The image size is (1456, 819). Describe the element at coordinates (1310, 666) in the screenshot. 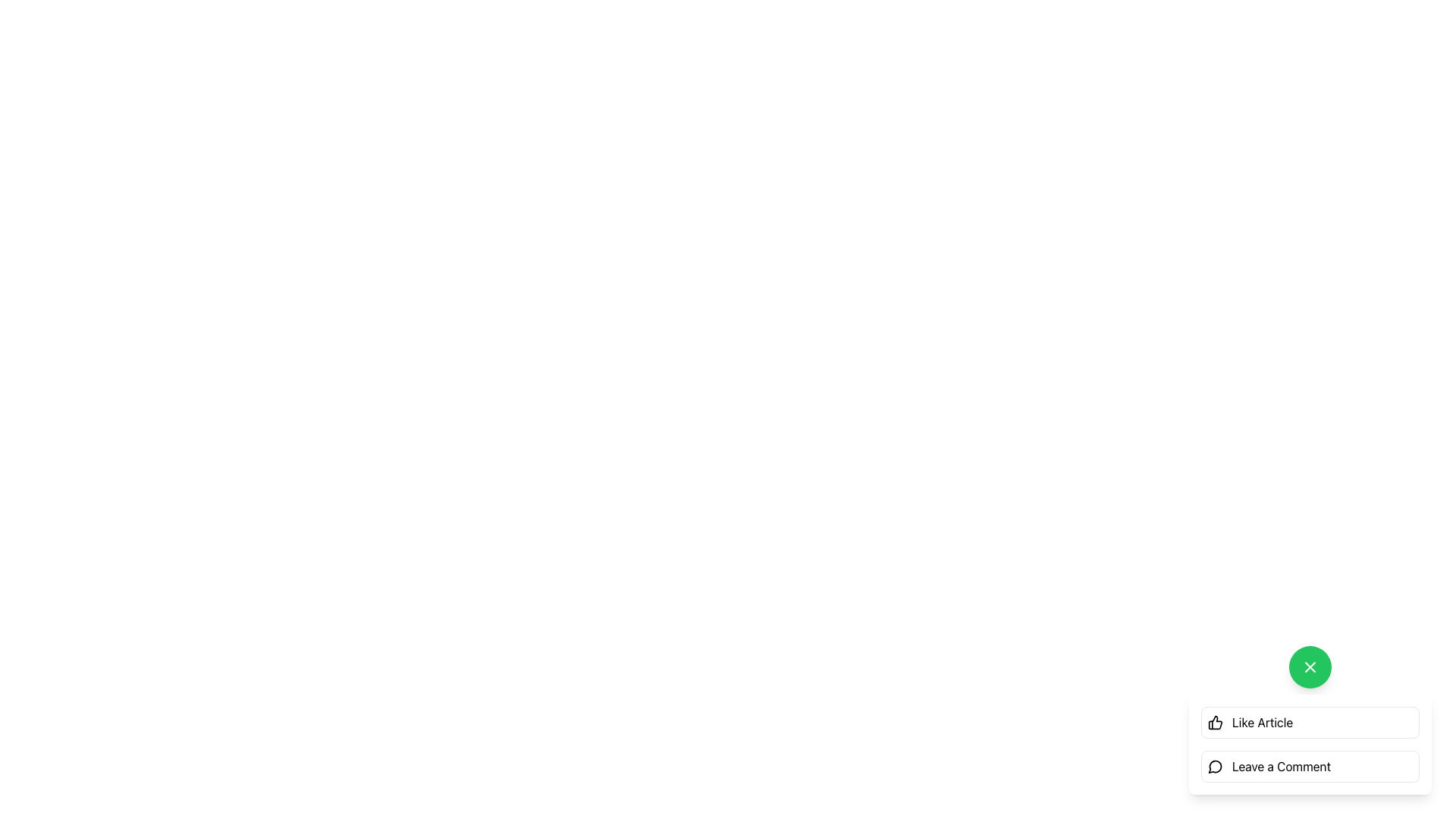

I see `the Close Icon located` at that location.